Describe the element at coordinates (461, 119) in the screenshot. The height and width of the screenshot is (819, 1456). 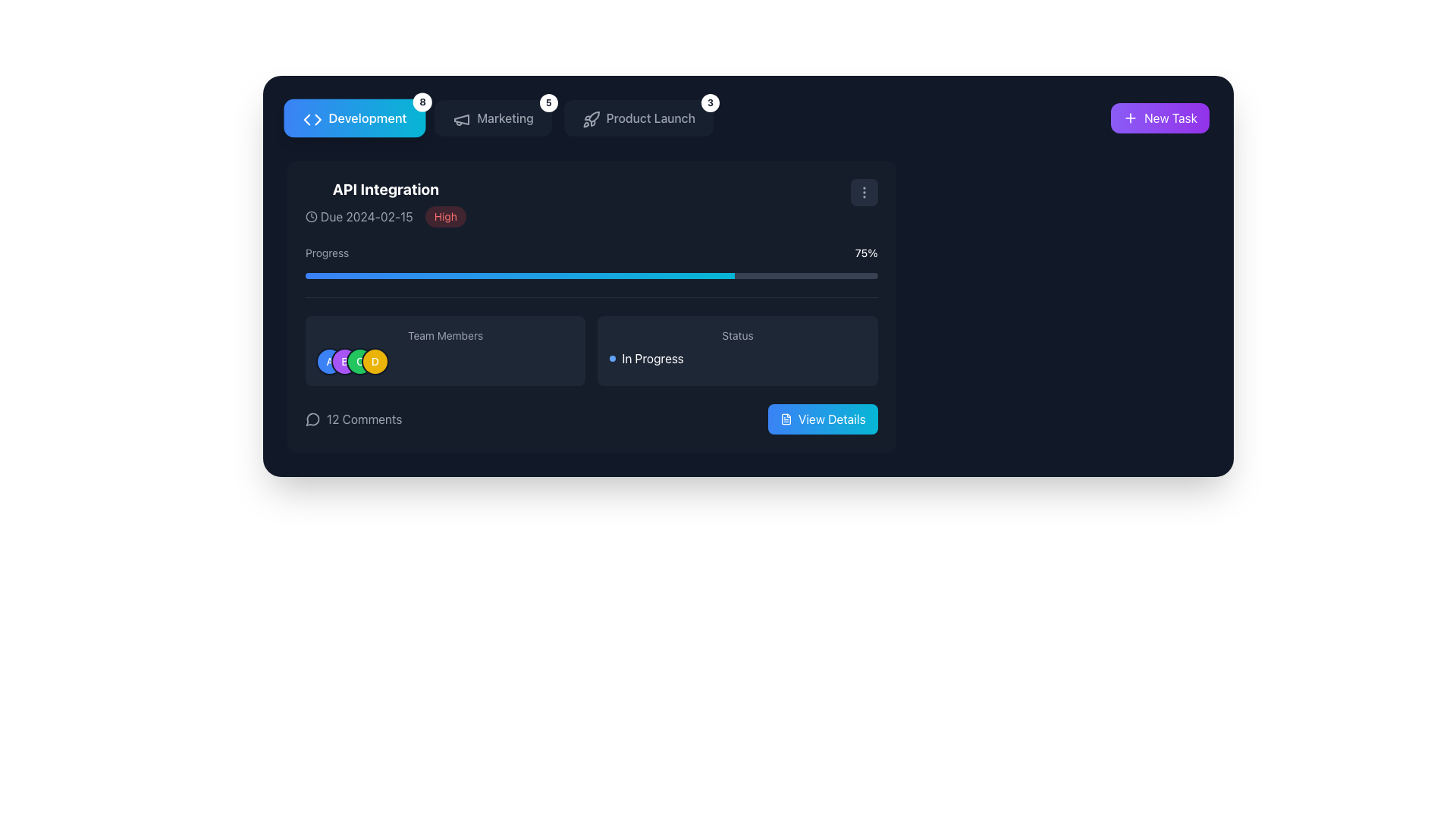
I see `the 'Marketing' icon in the top navigation bar to visually enhance user navigation` at that location.